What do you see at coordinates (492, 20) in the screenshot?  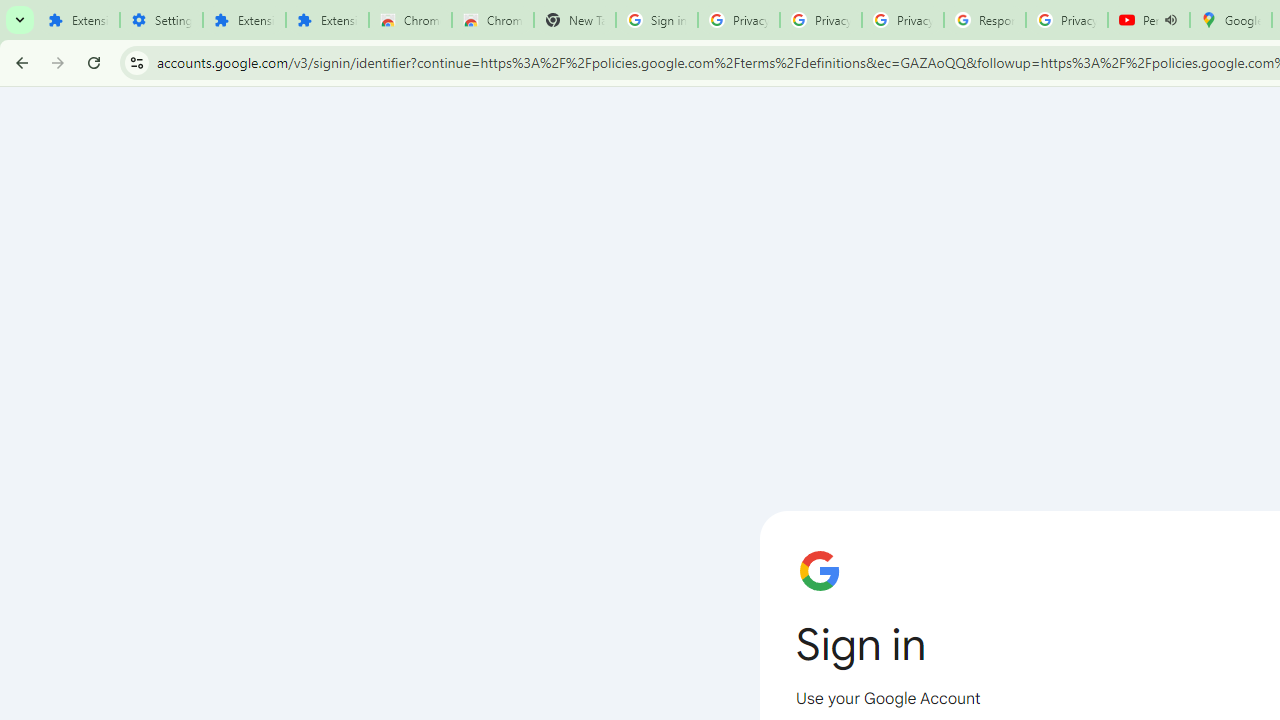 I see `'Chrome Web Store - Themes'` at bounding box center [492, 20].